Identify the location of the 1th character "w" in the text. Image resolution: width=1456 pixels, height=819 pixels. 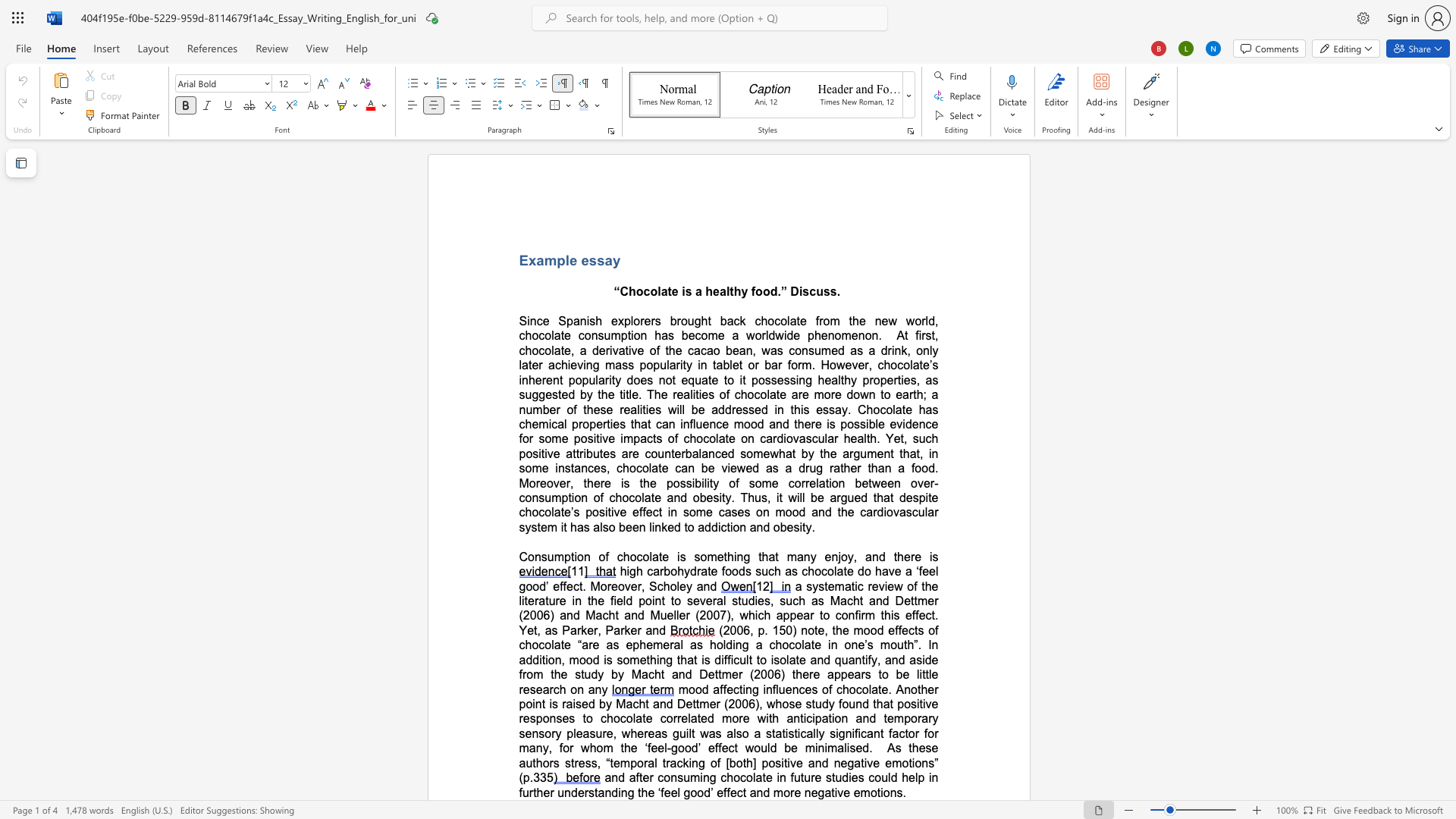
(893, 320).